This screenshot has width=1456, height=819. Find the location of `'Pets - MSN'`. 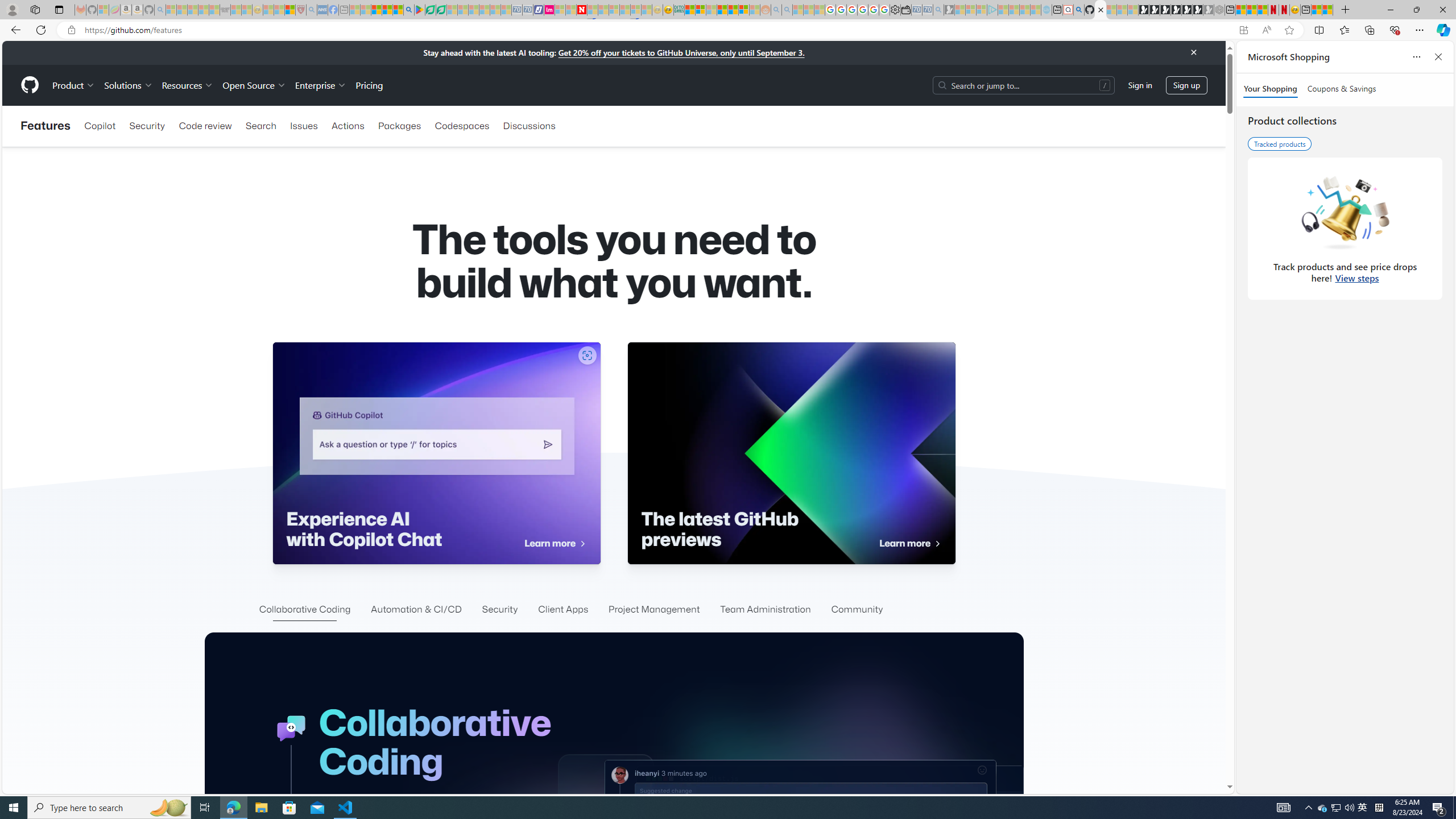

'Pets - MSN' is located at coordinates (387, 9).